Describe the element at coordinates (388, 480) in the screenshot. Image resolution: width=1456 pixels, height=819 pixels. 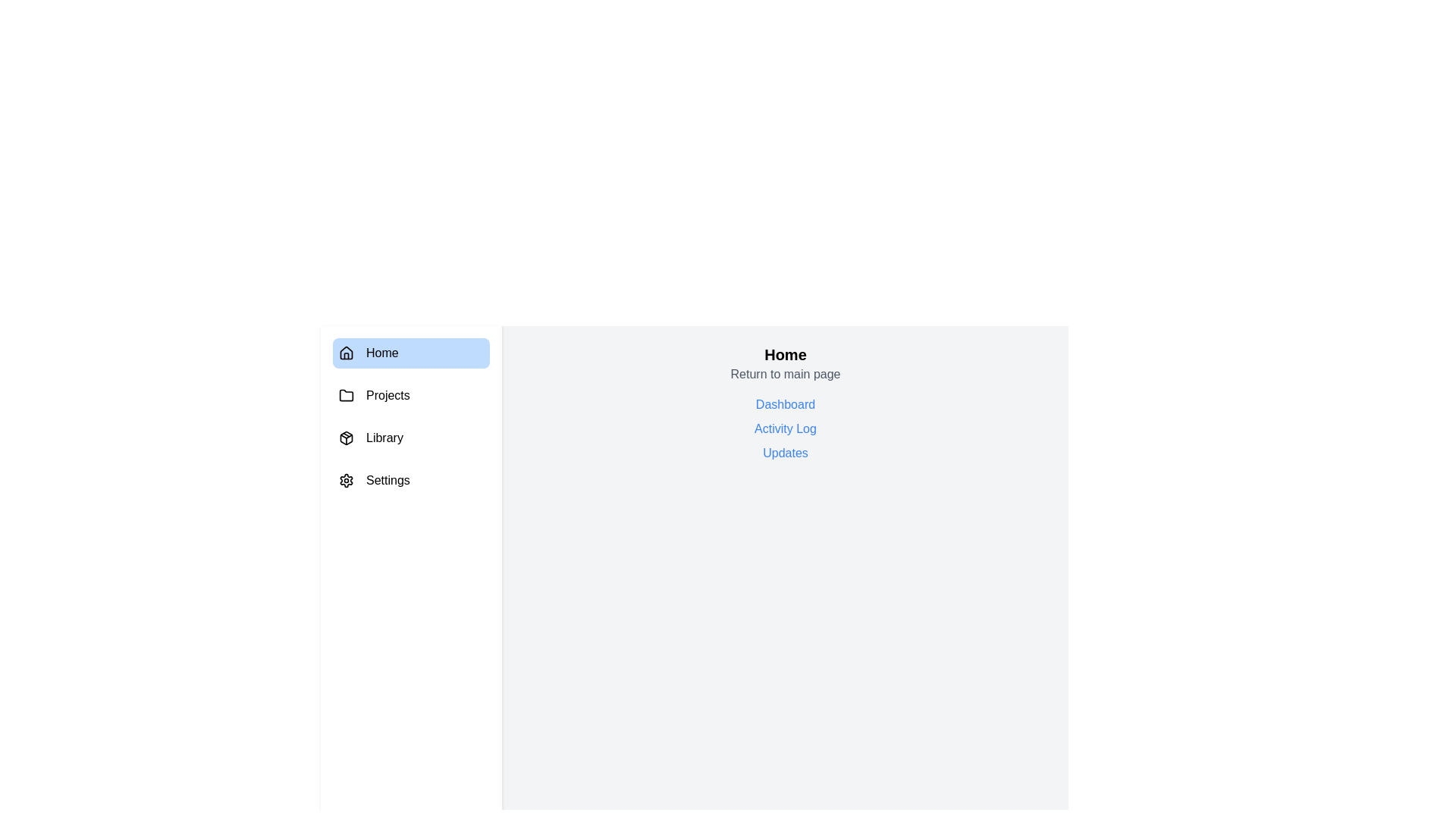
I see `the 'Settings' text label, which is styled in black font and positioned next to a gear icon in the vertical navigation menu` at that location.